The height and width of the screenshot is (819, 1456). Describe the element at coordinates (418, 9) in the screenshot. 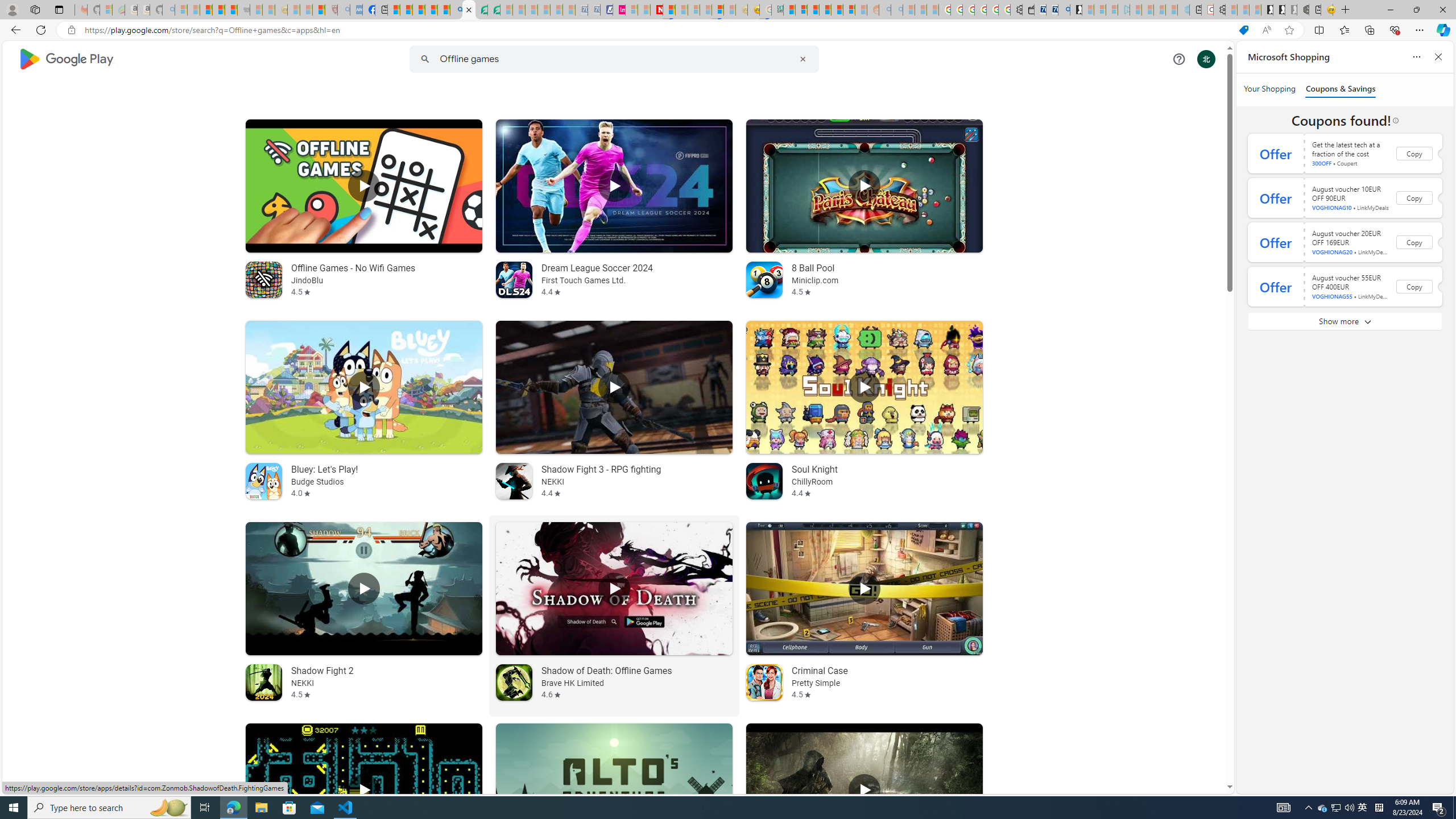

I see `'Microsoft Start'` at that location.